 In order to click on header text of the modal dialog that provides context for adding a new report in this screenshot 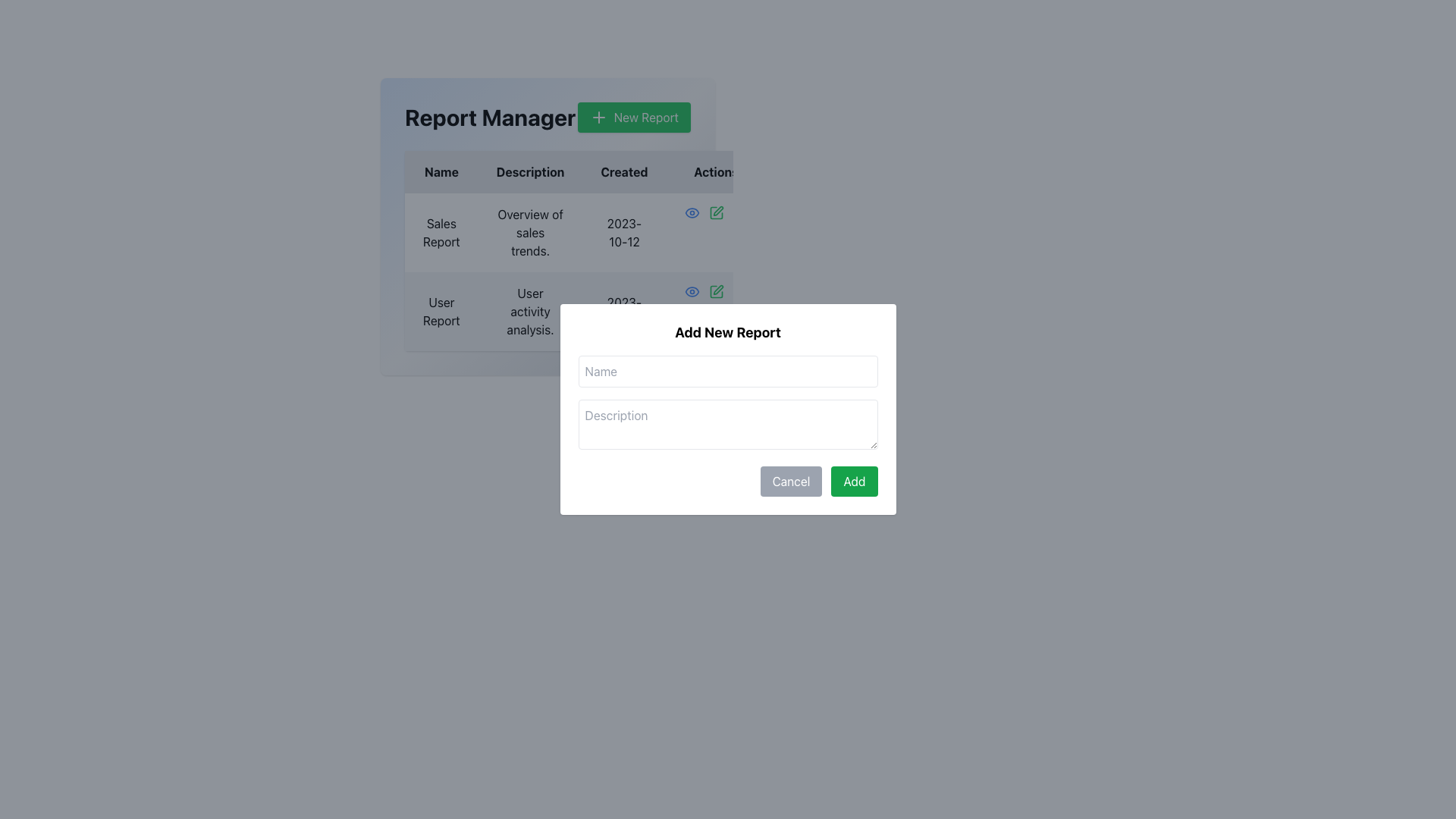, I will do `click(728, 332)`.